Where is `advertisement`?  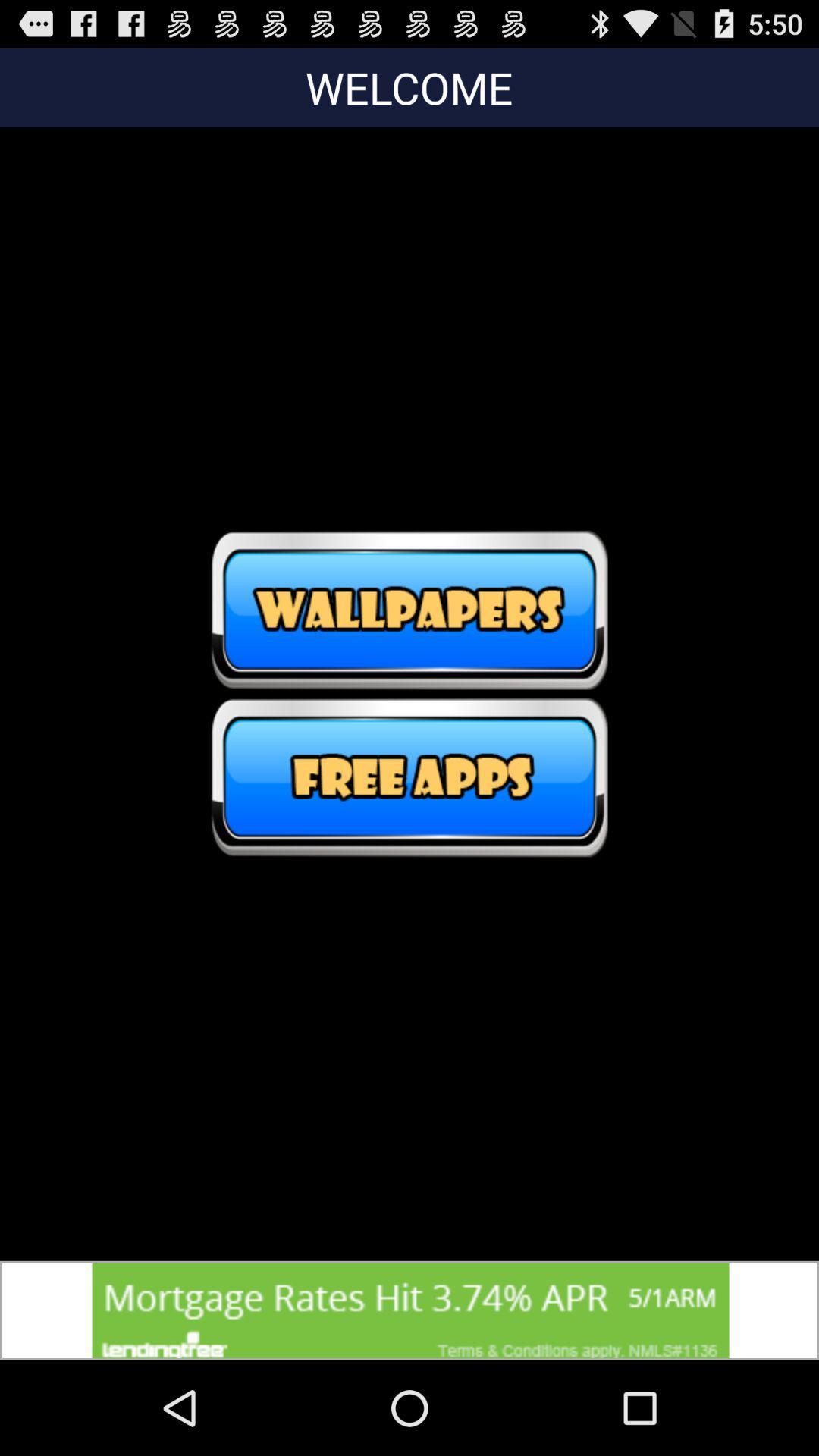
advertisement is located at coordinates (409, 1310).